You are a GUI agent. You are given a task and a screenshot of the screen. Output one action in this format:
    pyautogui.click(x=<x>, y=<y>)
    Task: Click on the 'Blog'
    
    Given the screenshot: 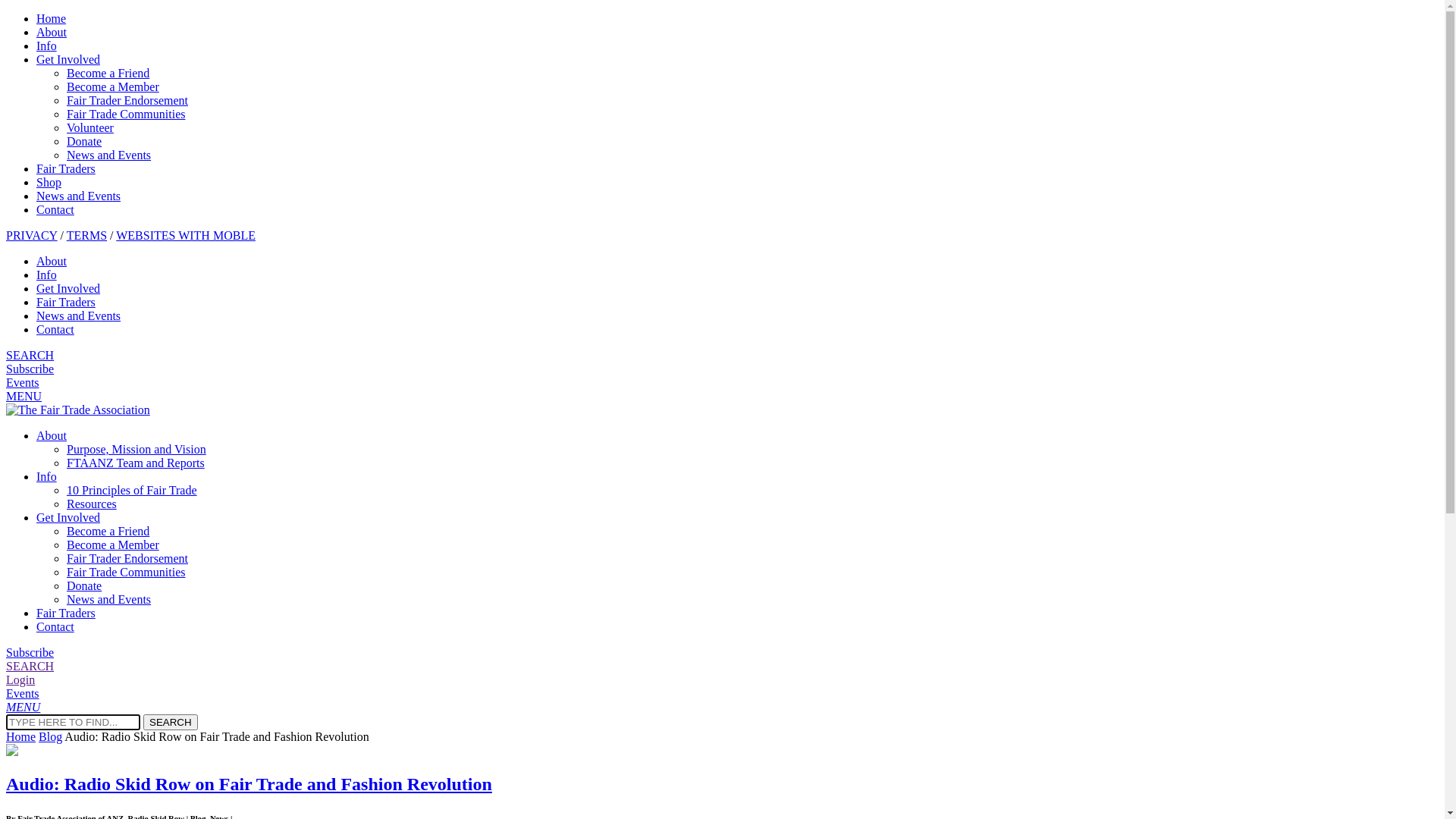 What is the action you would take?
    pyautogui.click(x=50, y=736)
    